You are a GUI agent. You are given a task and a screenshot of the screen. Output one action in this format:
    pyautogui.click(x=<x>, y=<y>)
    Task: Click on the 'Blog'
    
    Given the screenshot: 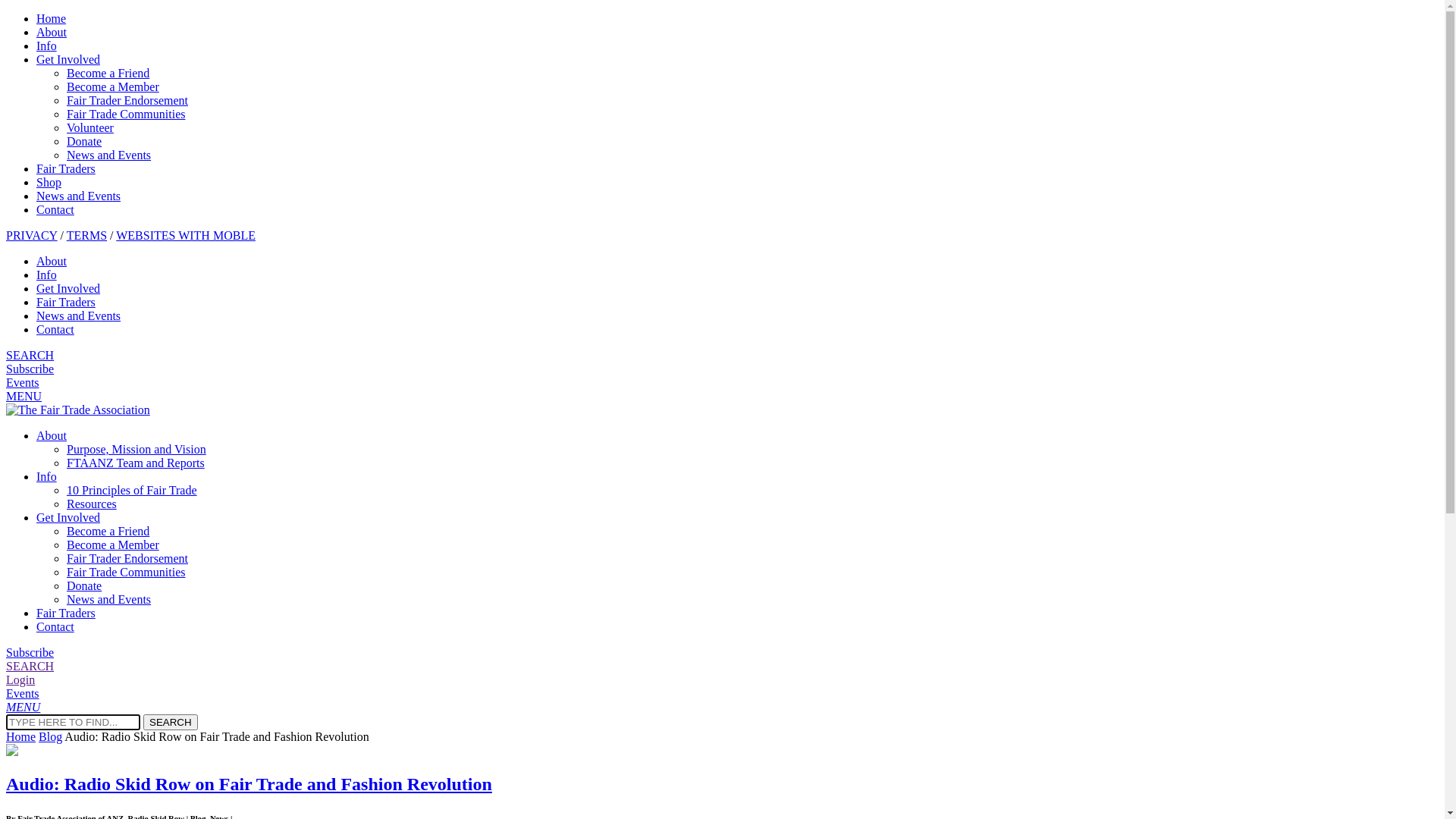 What is the action you would take?
    pyautogui.click(x=50, y=736)
    